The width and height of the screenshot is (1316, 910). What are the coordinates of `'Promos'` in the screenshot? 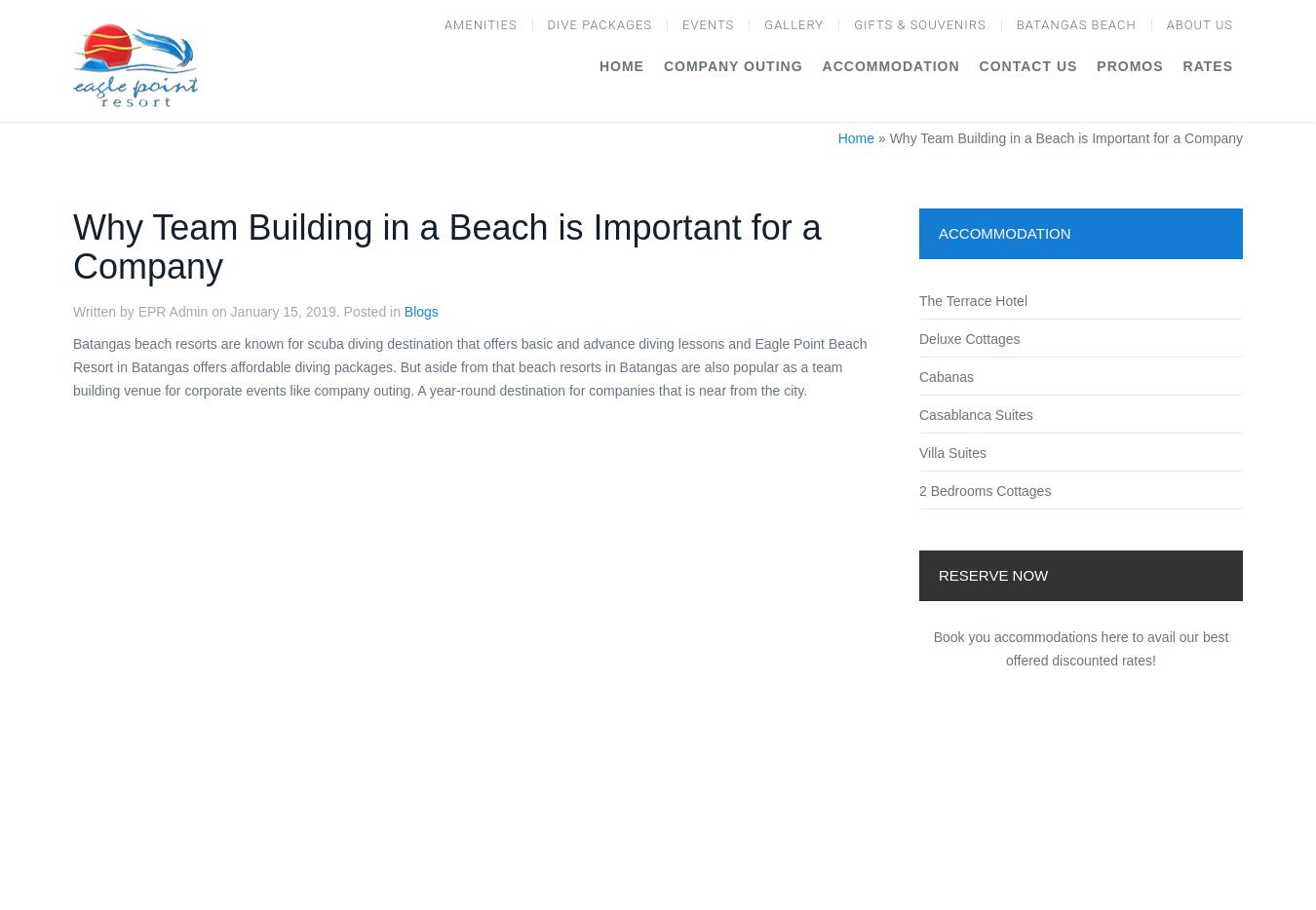 It's located at (1128, 64).